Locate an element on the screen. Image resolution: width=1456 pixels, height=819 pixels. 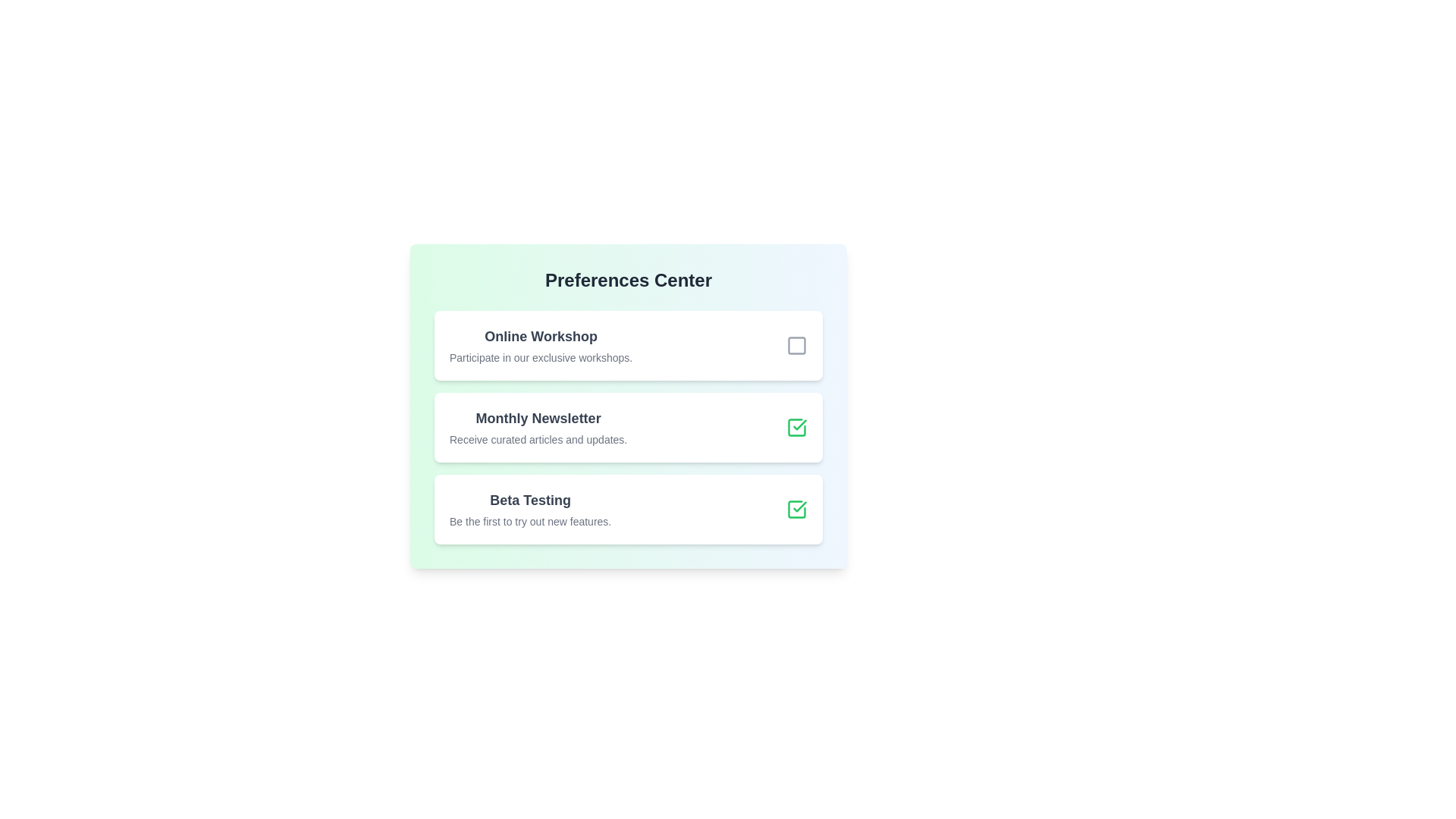
the unfilled square checkbox located to the right of the 'Online Workshop' label in the first row of the 'Preferences Center' section is located at coordinates (796, 345).